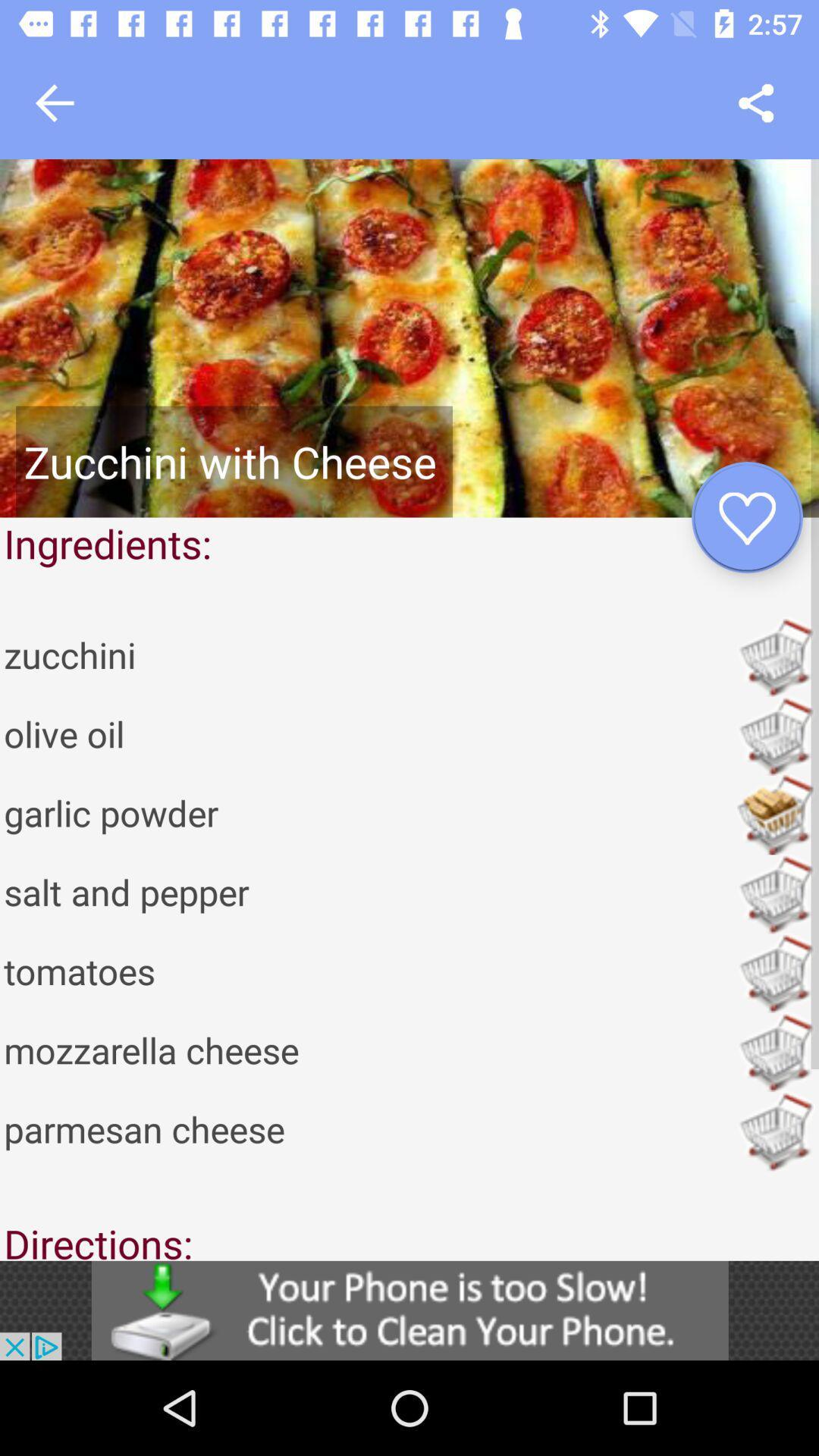  What do you see at coordinates (746, 517) in the screenshot?
I see `the favorite icon` at bounding box center [746, 517].